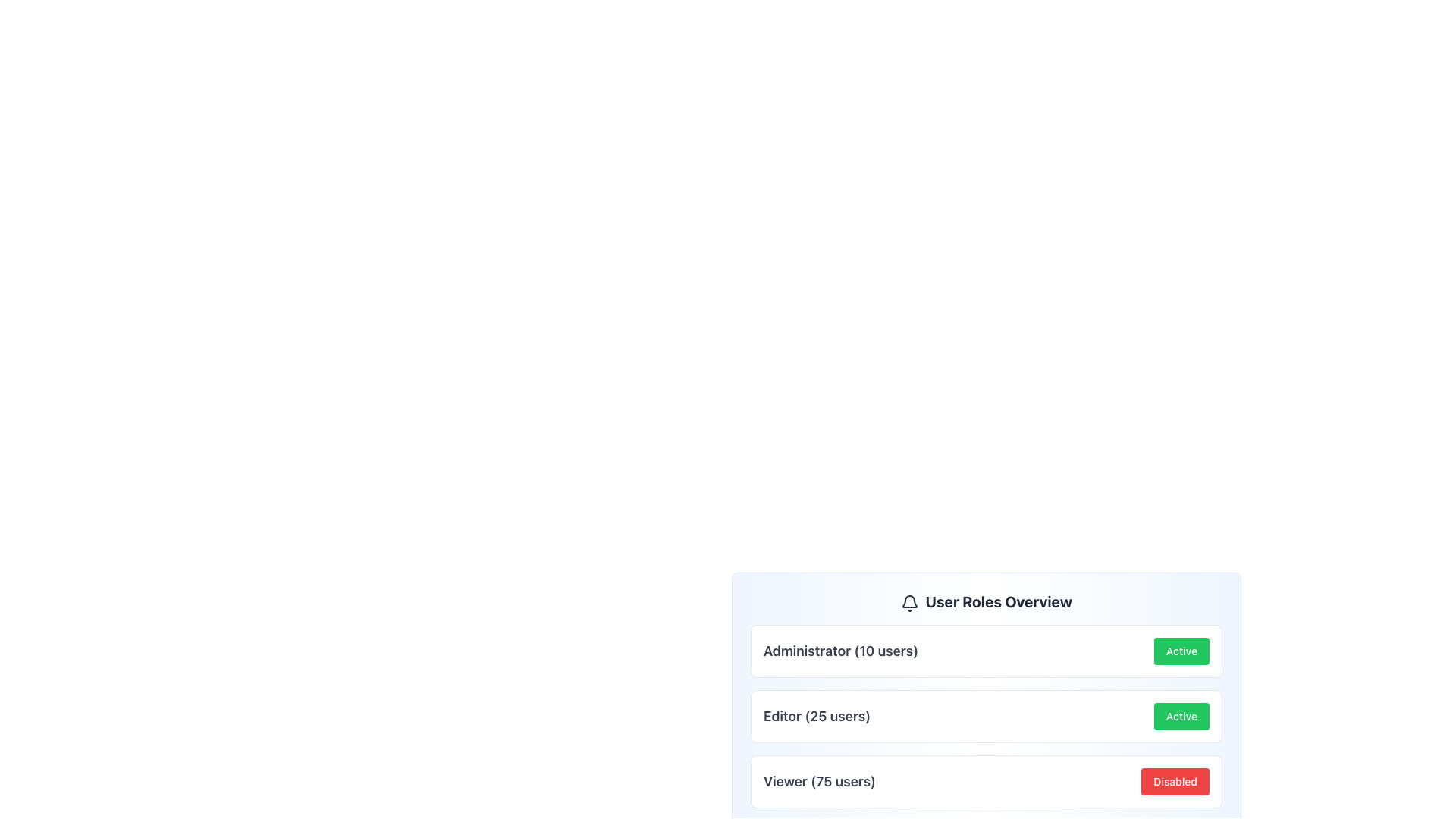 The height and width of the screenshot is (819, 1456). I want to click on text label indicating 'Editor' with the user count of '25 users' located in the upper-left portion of the card labeled 'Editor (25 users)Active', so click(816, 717).